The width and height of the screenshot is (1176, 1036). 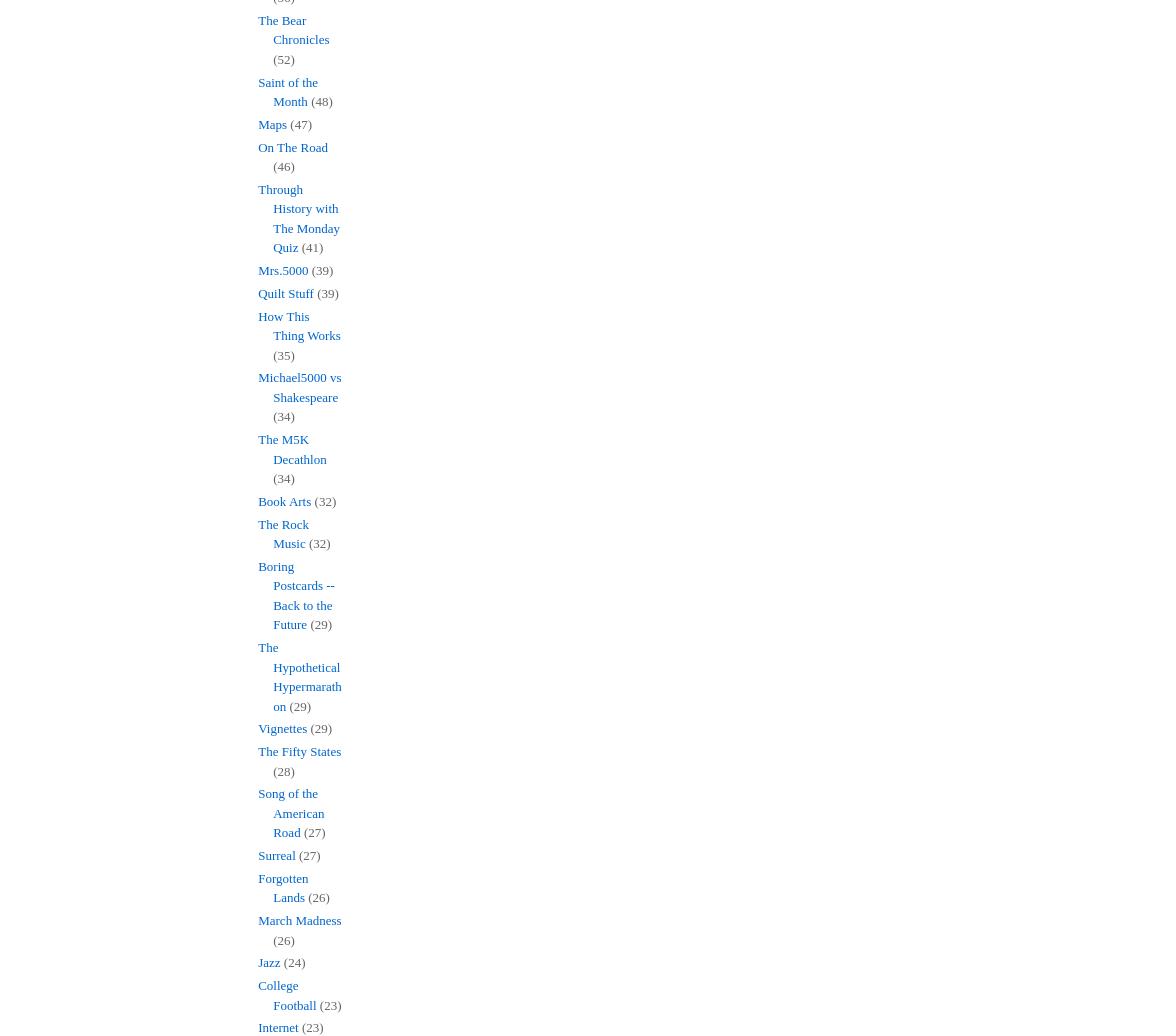 I want to click on 'The Rock Music', so click(x=283, y=533).